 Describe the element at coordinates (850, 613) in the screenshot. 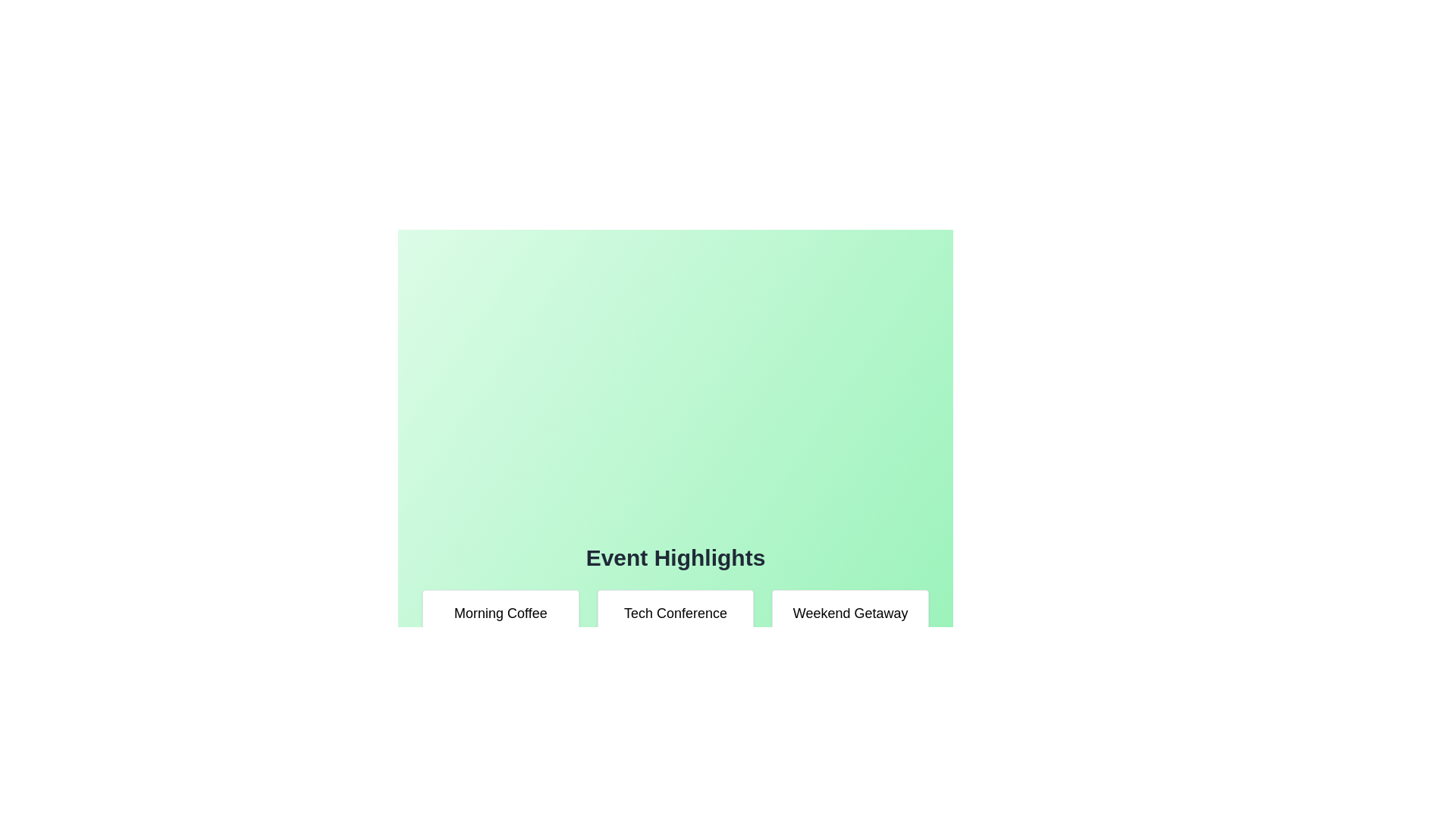

I see `title text of the rightmost card labeled 'Weekend Getaway' in the 'Event Highlights' section` at that location.